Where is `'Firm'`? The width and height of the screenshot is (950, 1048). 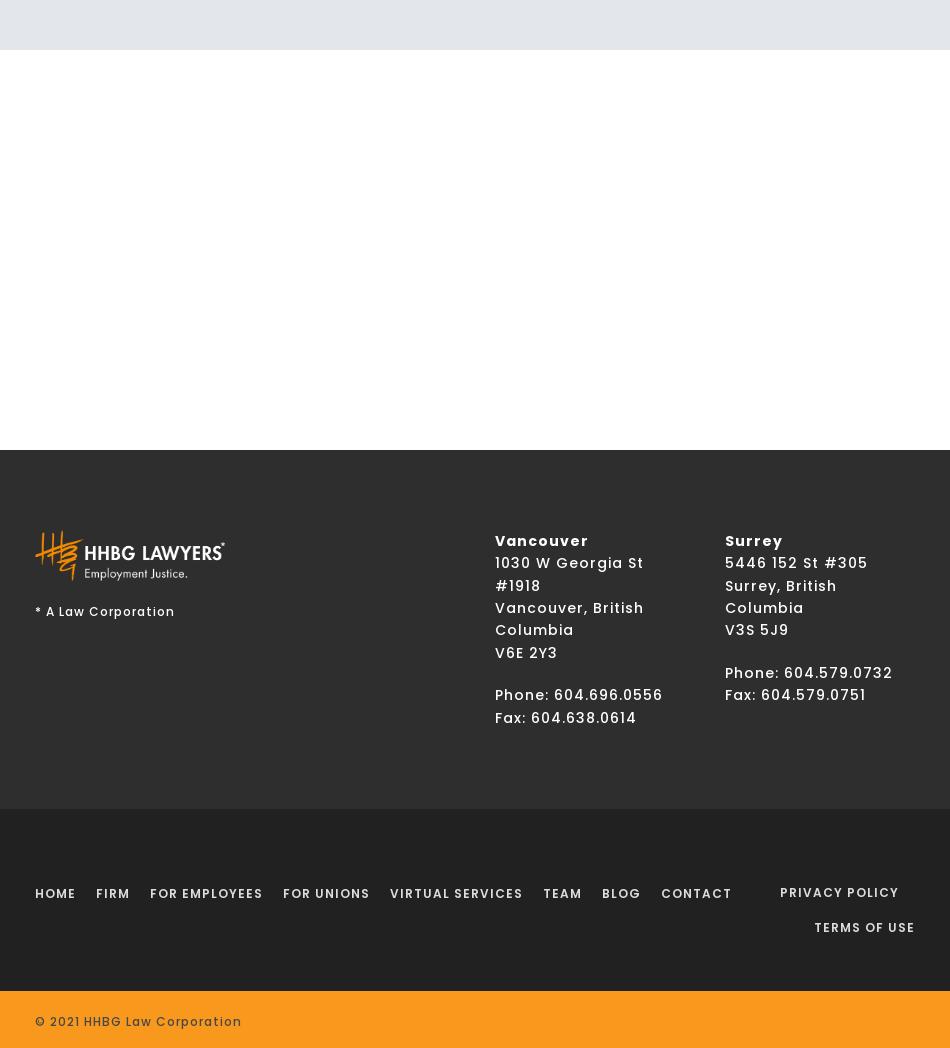 'Firm' is located at coordinates (112, 892).